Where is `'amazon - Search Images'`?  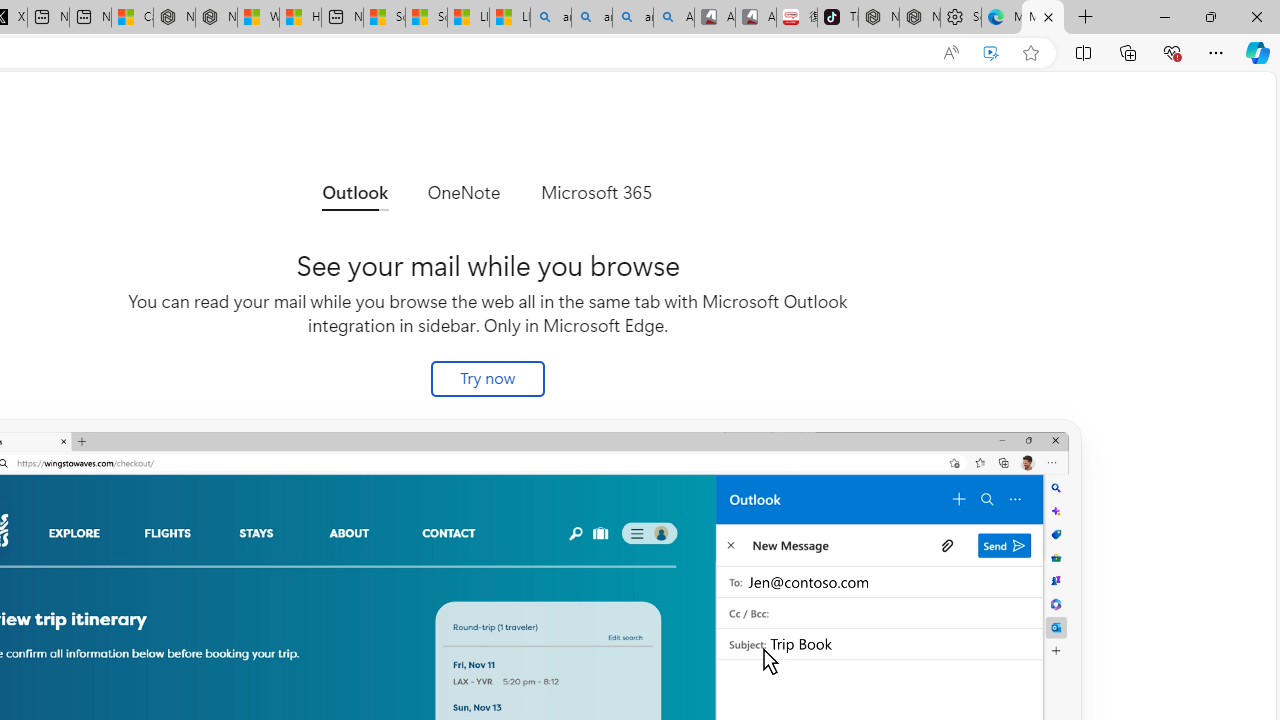
'amazon - Search Images' is located at coordinates (631, 17).